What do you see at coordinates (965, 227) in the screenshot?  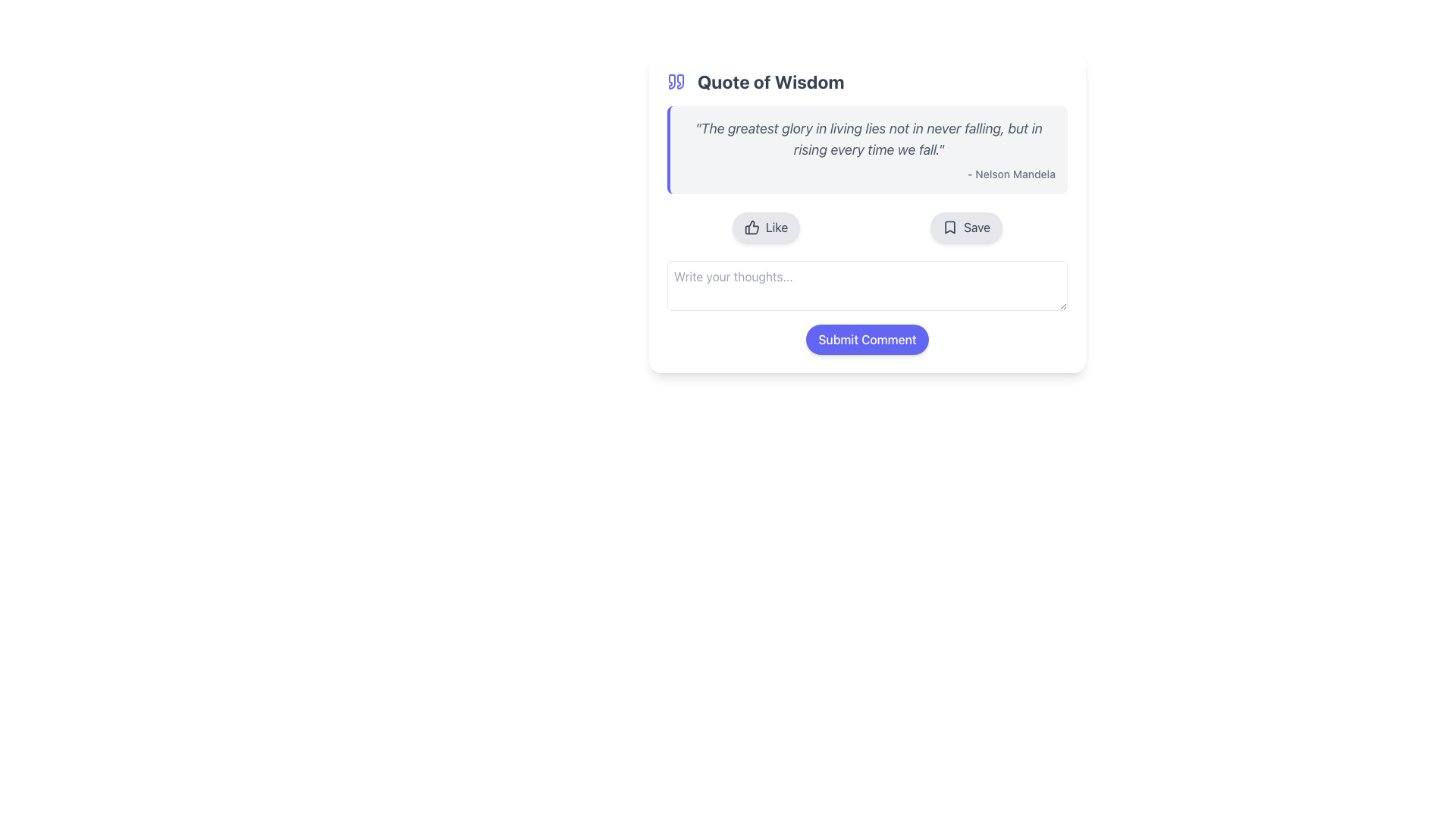 I see `the 'Save' button with a bookmark icon located in the lower part of the panel` at bounding box center [965, 227].